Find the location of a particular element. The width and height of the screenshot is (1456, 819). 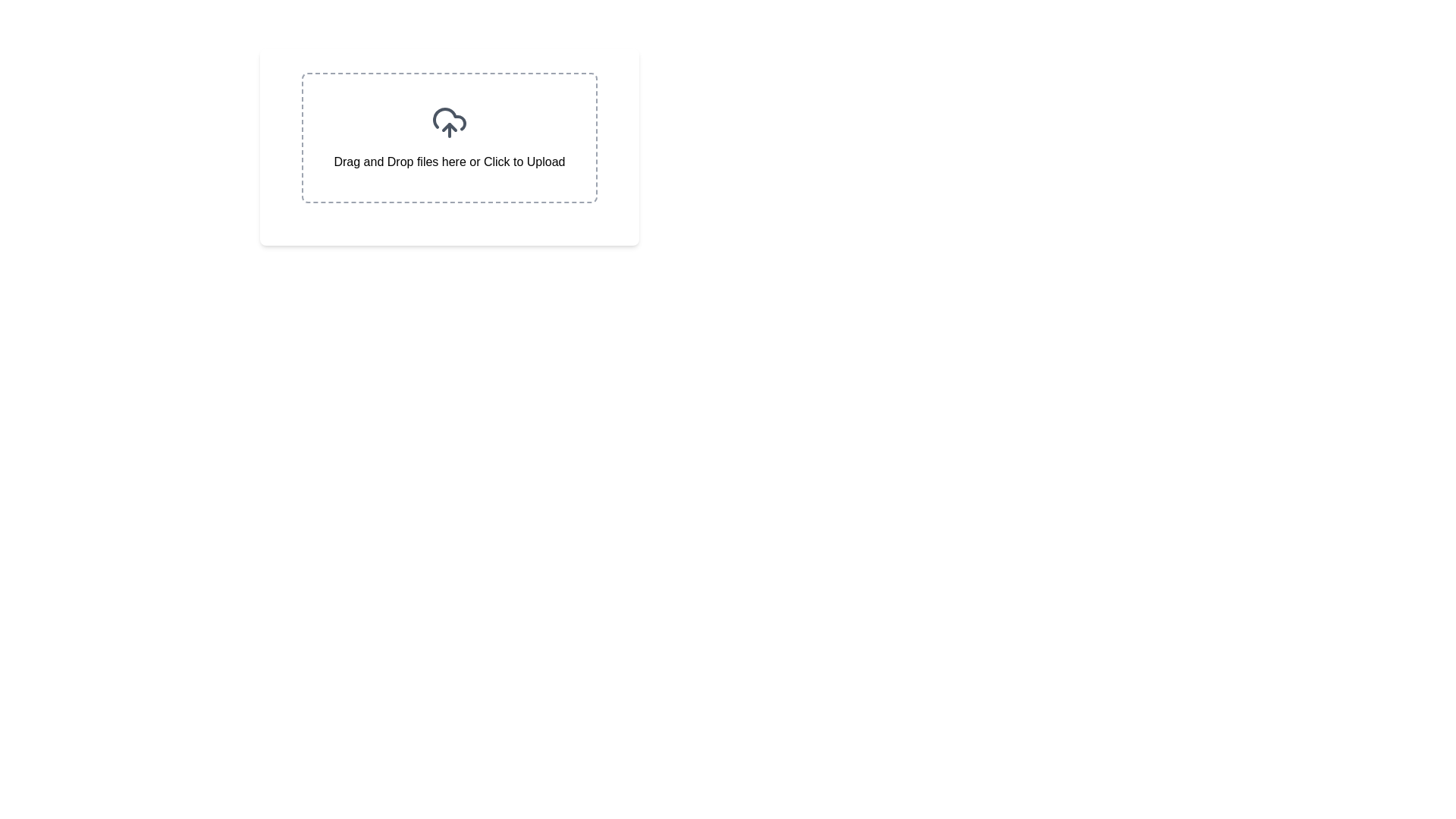

the instructional text that reads 'Drag and Drop files here or Click to Upload.' which is centrally located beneath the upload icon is located at coordinates (449, 162).